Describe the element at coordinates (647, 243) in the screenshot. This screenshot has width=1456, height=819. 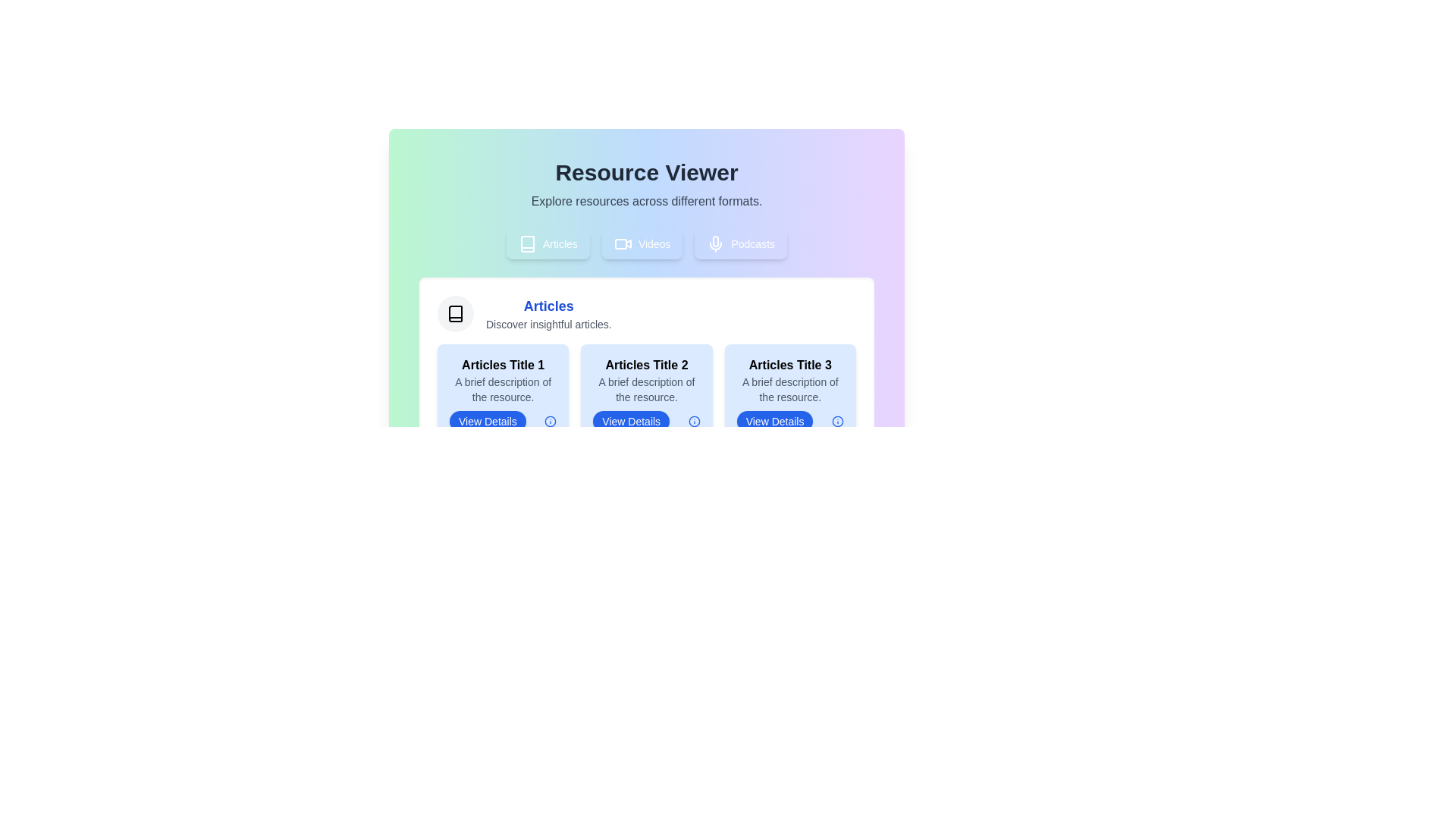
I see `the 'Videos' button in the button group` at that location.